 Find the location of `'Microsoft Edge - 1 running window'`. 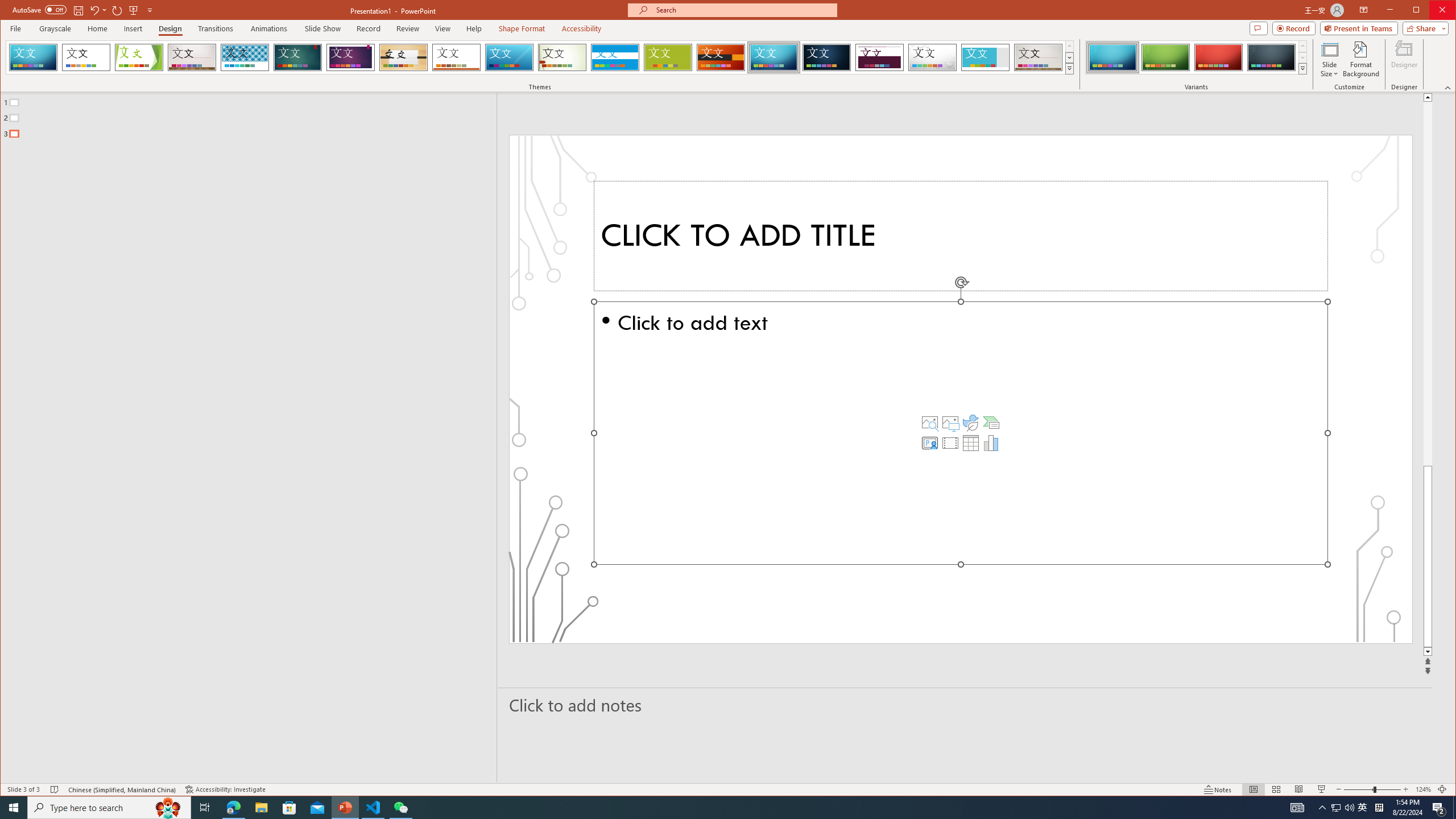

'Microsoft Edge - 1 running window' is located at coordinates (233, 806).